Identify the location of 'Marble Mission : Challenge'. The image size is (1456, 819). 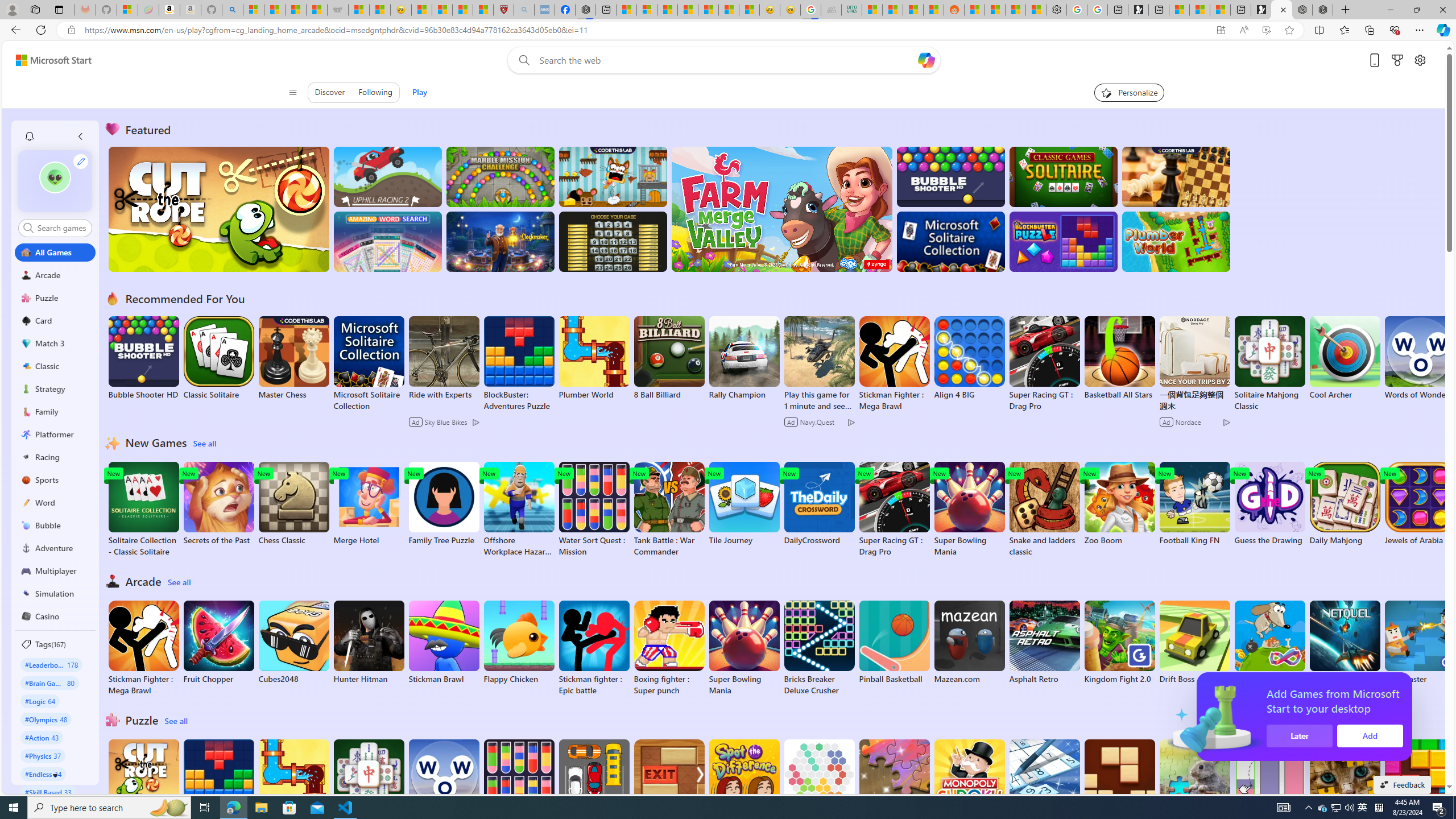
(500, 176).